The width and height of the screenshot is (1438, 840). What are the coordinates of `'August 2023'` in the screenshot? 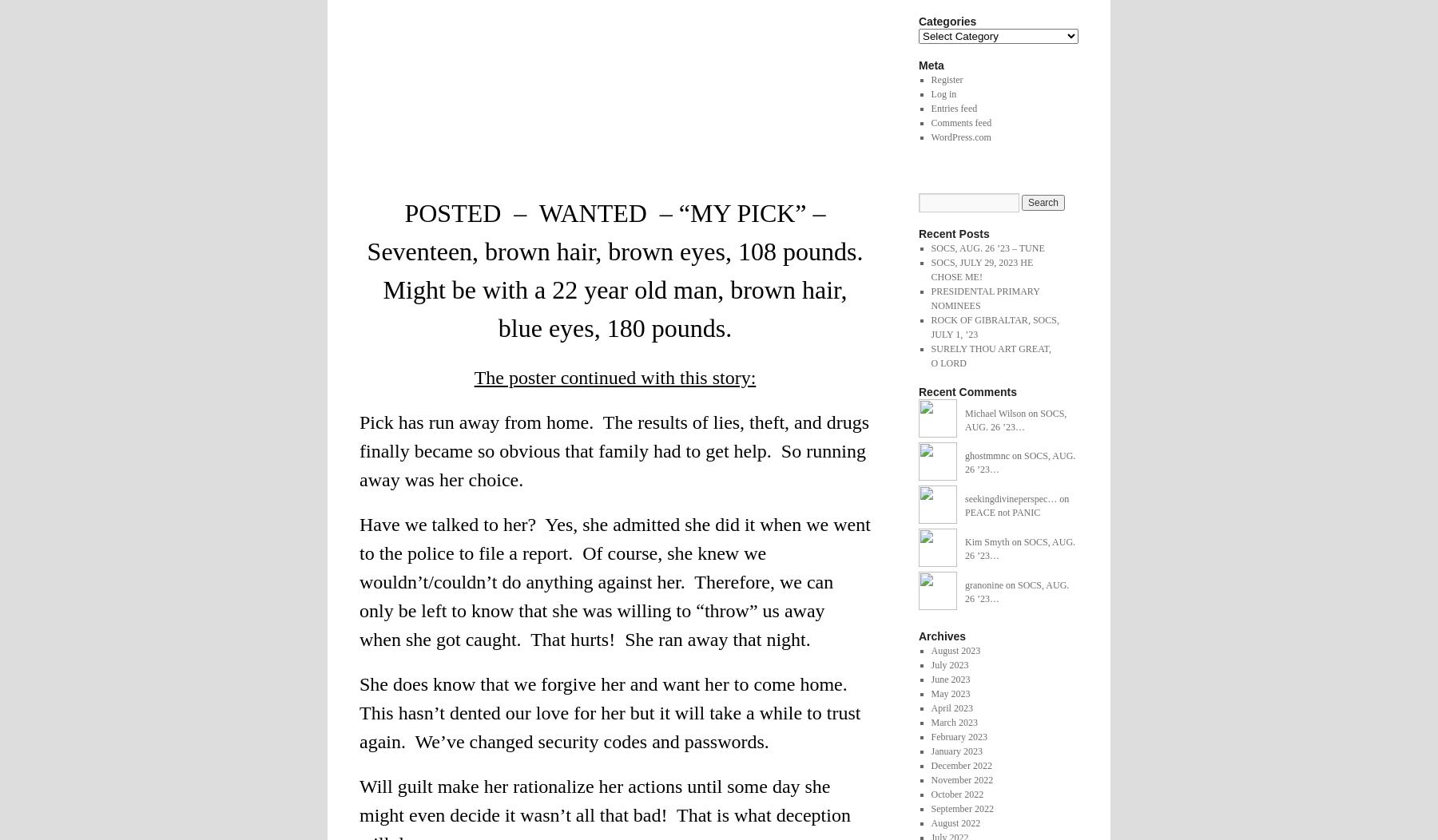 It's located at (929, 650).